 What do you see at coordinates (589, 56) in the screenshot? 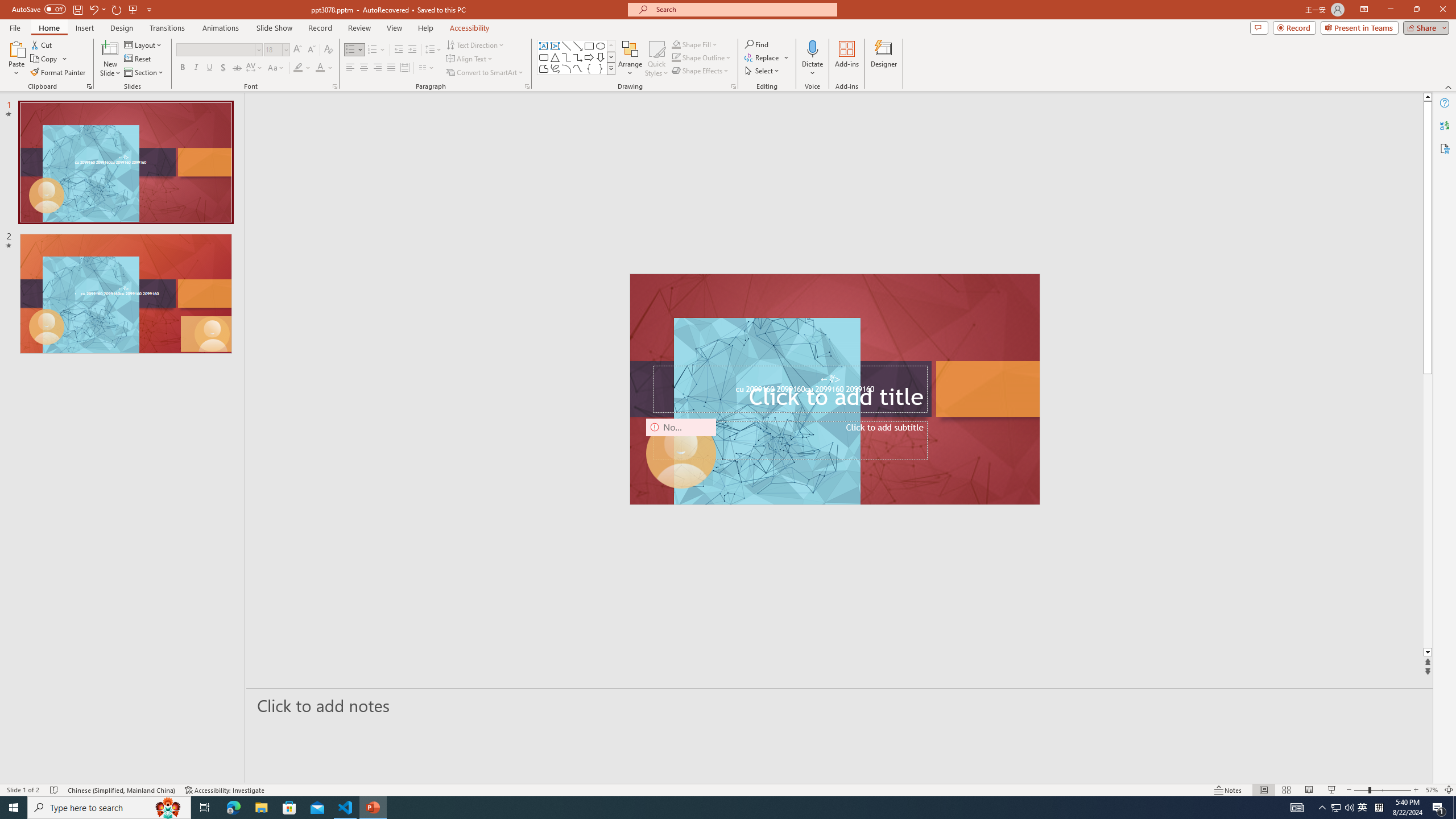
I see `'Arrow: Right'` at bounding box center [589, 56].